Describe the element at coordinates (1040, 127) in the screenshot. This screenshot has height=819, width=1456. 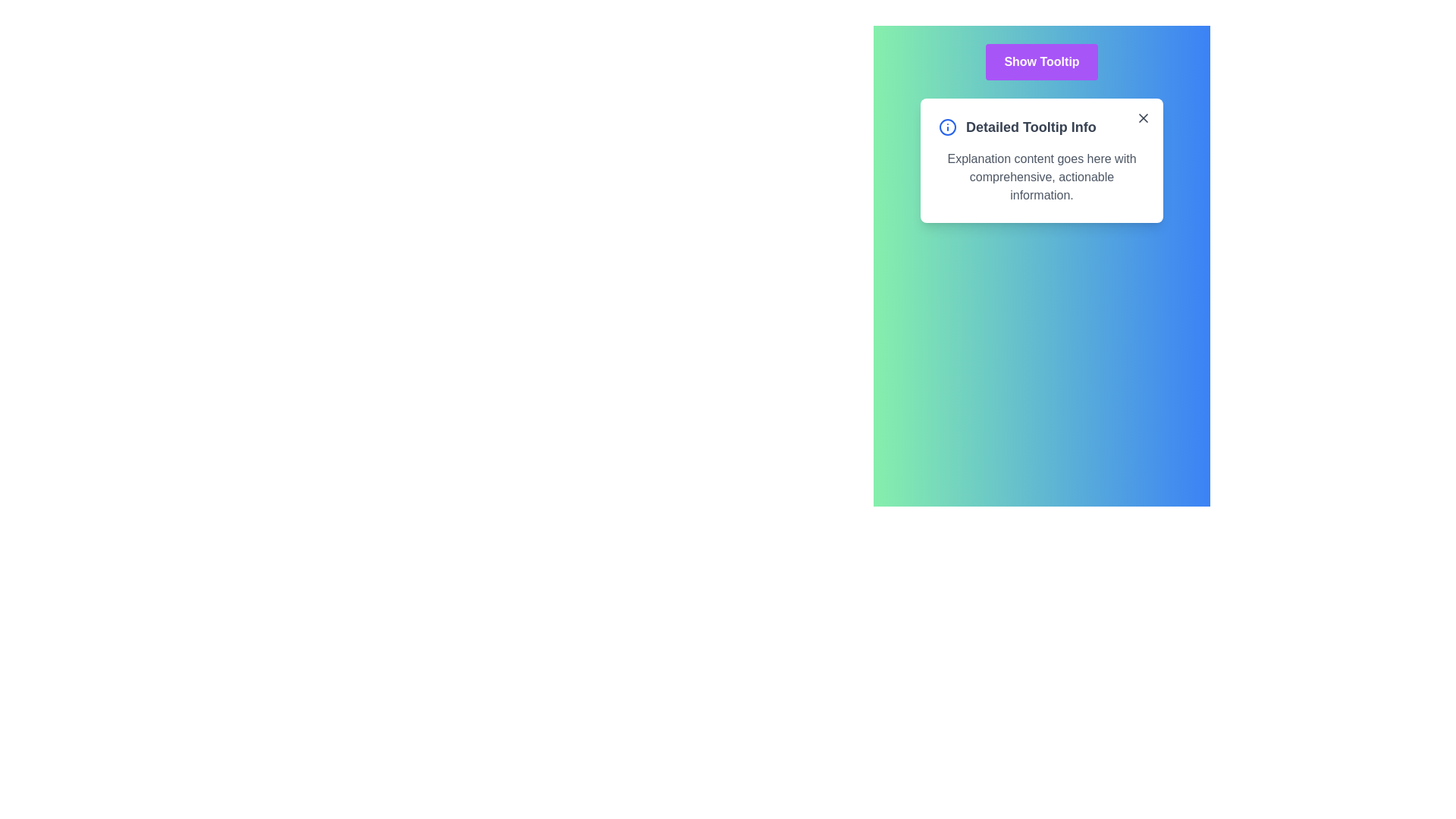
I see `the textual header 'Detailed Tooltip Info' located at the top of the tooltip card, which is styled in bold with a large font size and accompanied by a blue circular icon with an 'i' symbol` at that location.